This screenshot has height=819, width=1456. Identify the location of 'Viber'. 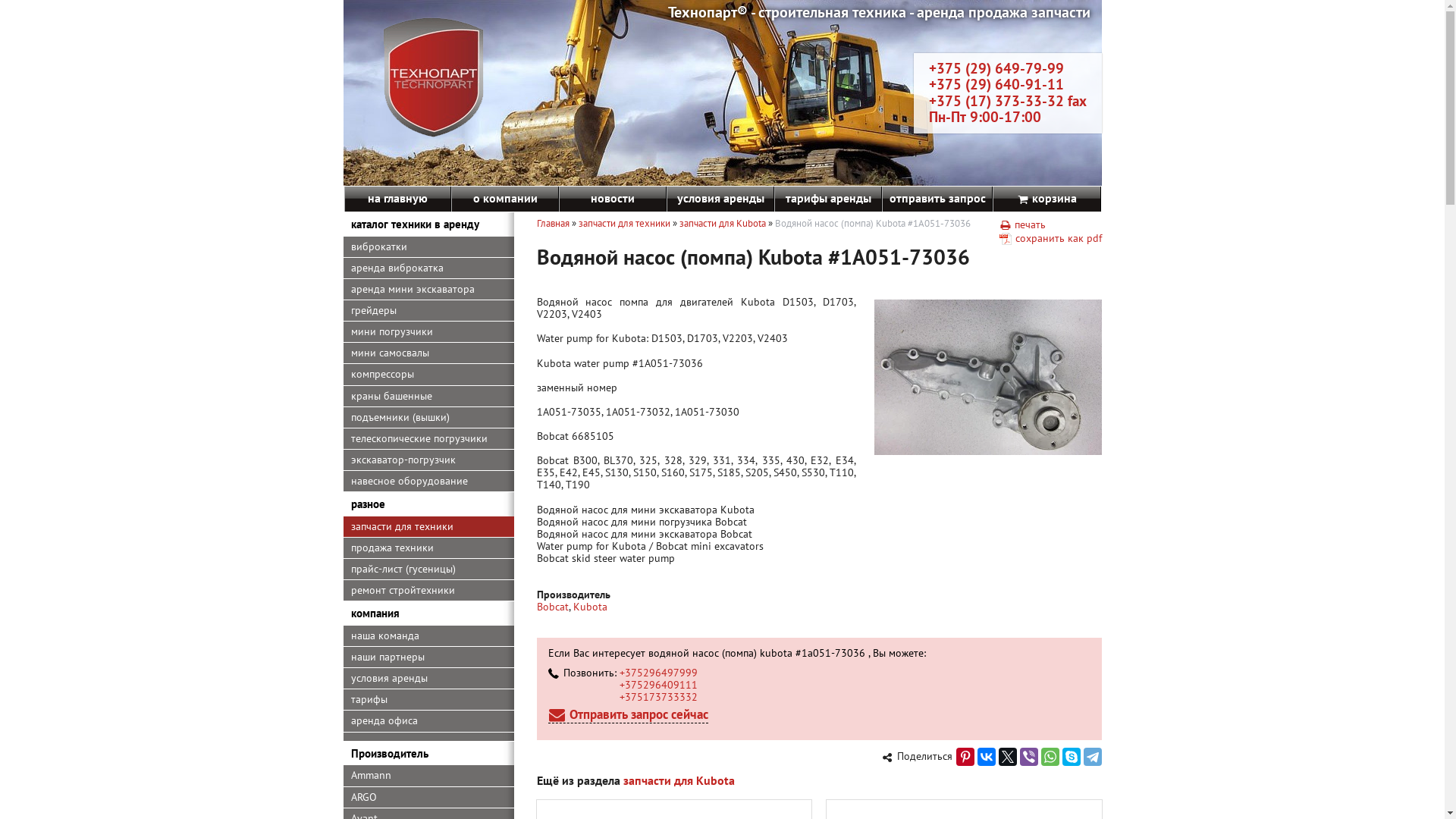
(1019, 757).